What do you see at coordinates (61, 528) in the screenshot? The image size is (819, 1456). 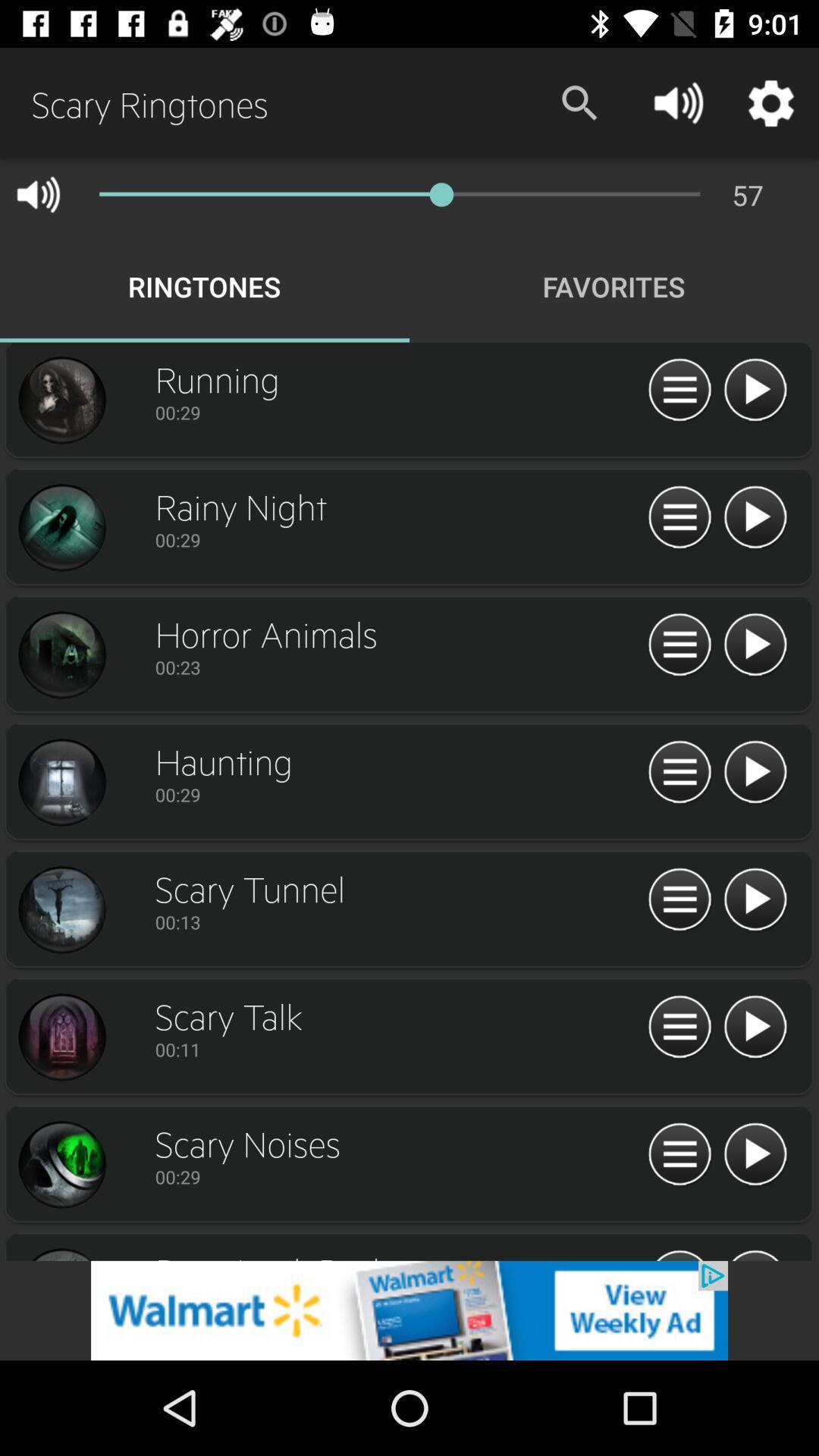 I see `song option` at bounding box center [61, 528].